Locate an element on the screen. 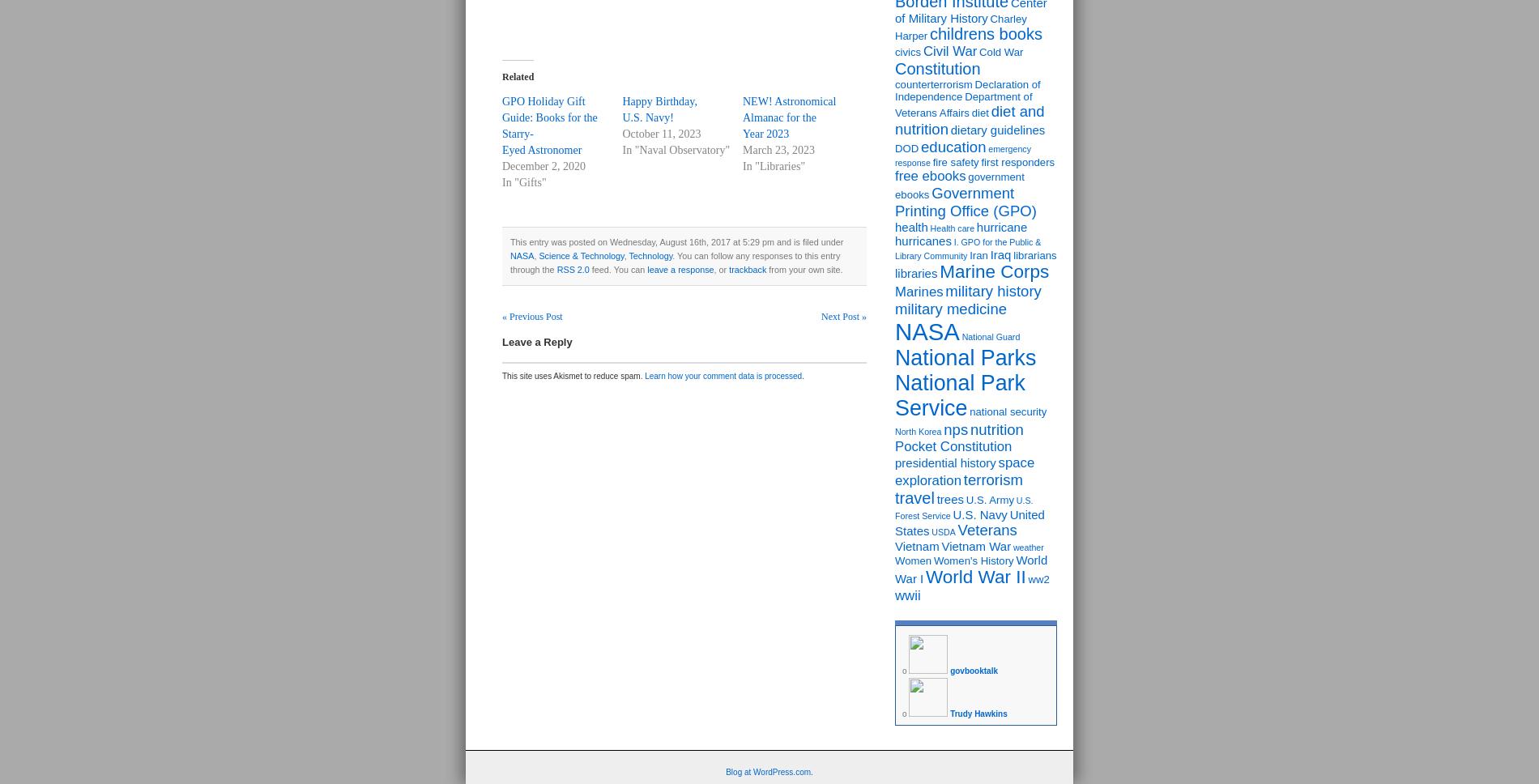 Image resolution: width=1539 pixels, height=784 pixels. 'dietary guidelines' is located at coordinates (996, 129).